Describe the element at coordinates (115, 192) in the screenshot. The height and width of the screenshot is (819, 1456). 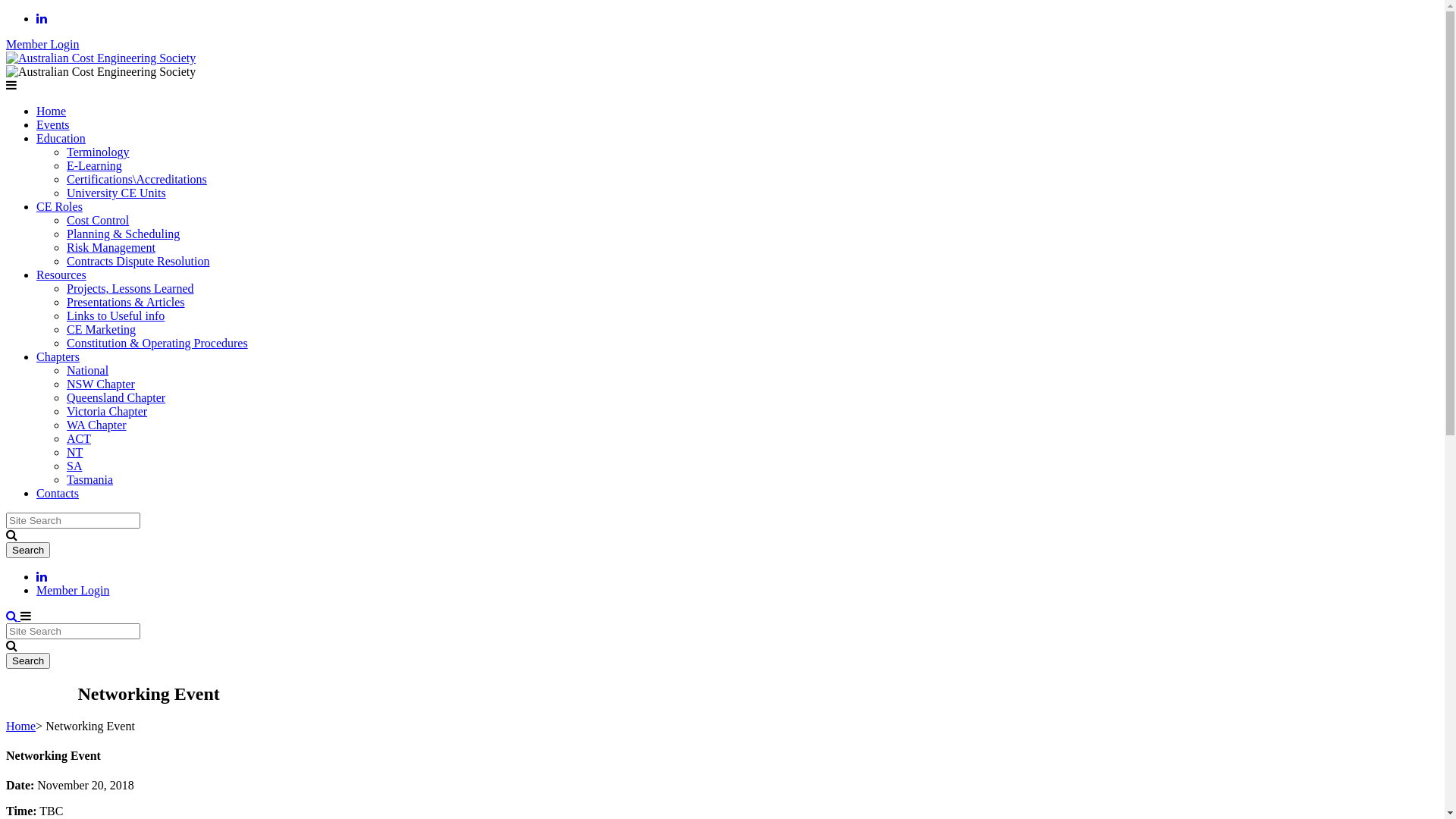
I see `'University CE Units'` at that location.